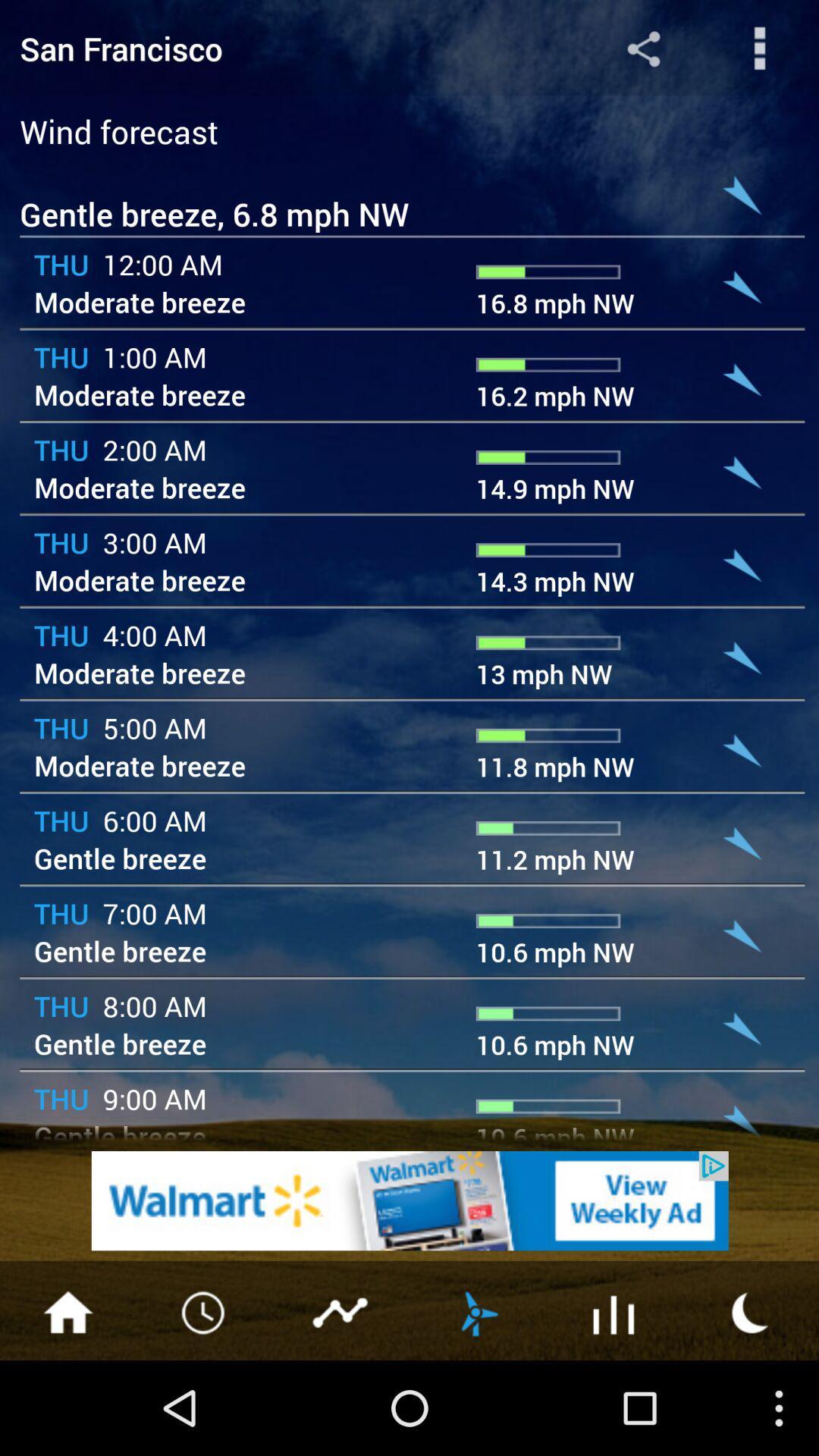 This screenshot has height=1456, width=819. What do you see at coordinates (643, 52) in the screenshot?
I see `the share icon` at bounding box center [643, 52].